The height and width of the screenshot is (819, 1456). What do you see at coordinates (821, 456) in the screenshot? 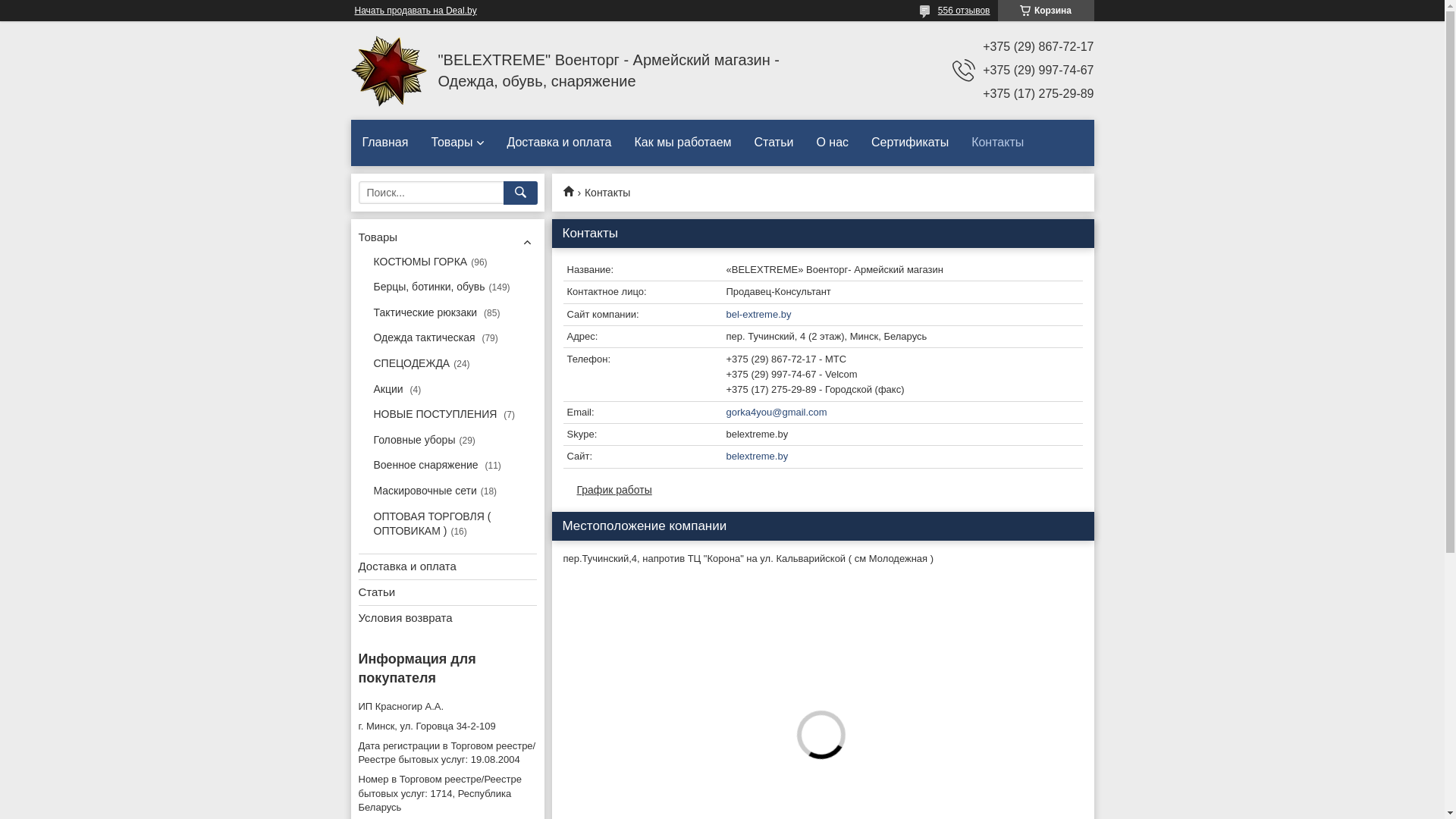
I see `'belextreme.by'` at bounding box center [821, 456].